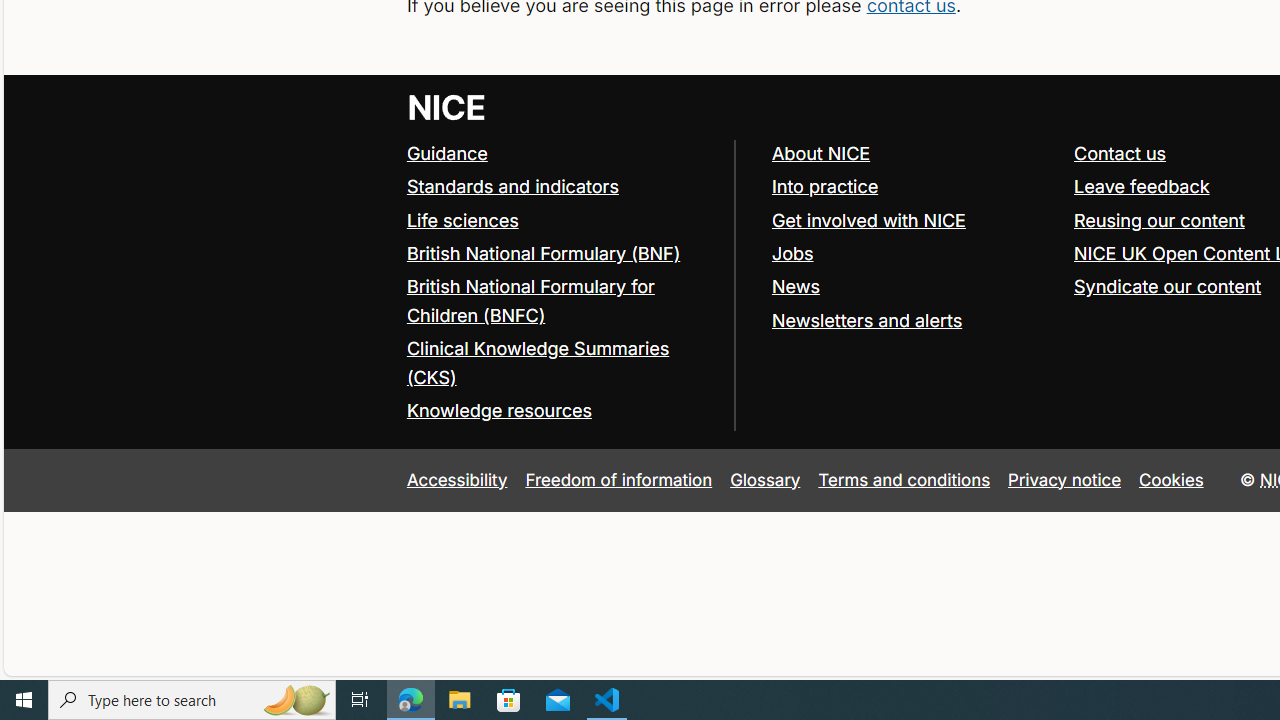 This screenshot has height=720, width=1280. What do you see at coordinates (868, 219) in the screenshot?
I see `'Get involved with NICE'` at bounding box center [868, 219].